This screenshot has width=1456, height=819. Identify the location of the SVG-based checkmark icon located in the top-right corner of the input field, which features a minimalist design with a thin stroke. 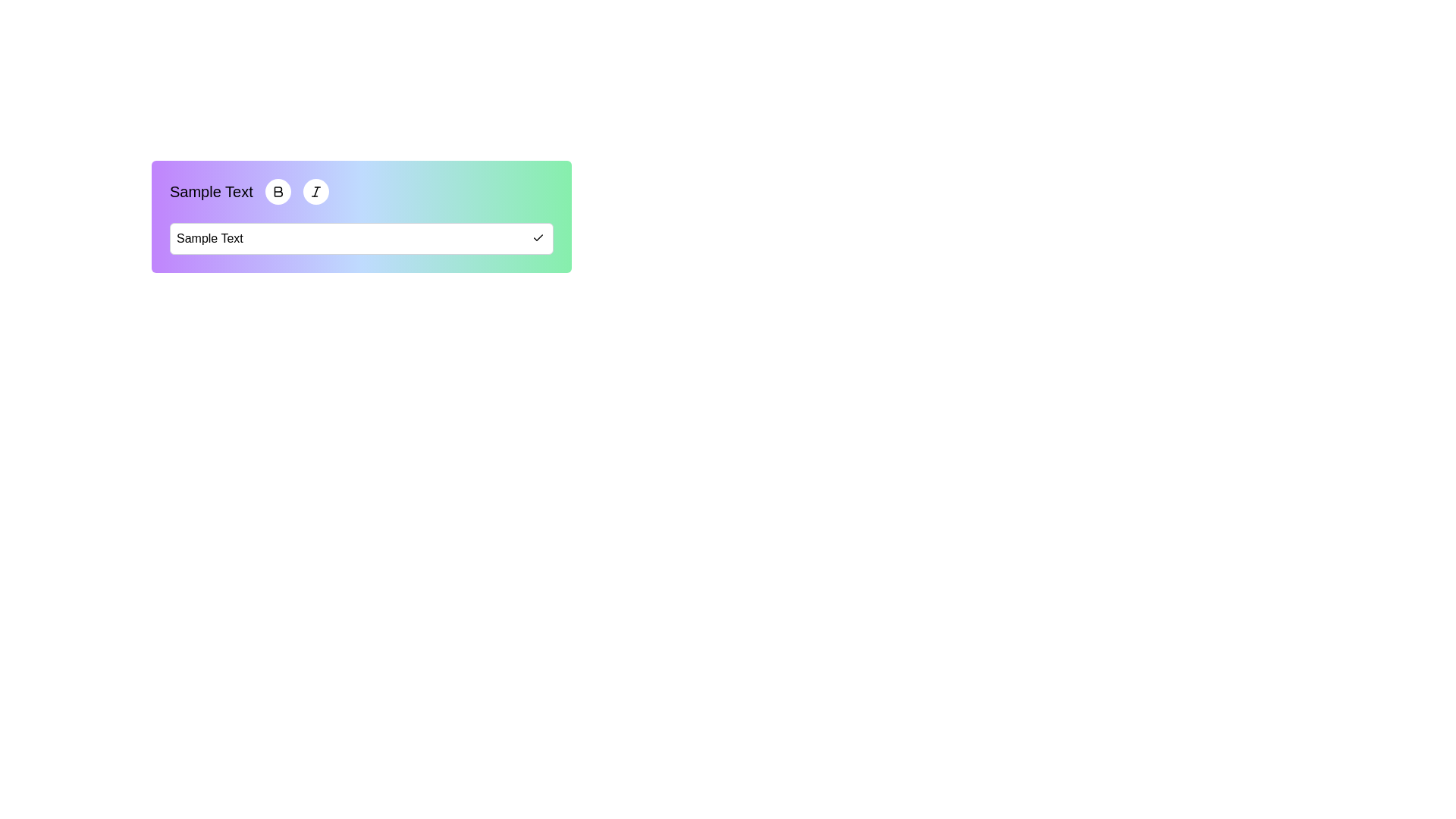
(538, 237).